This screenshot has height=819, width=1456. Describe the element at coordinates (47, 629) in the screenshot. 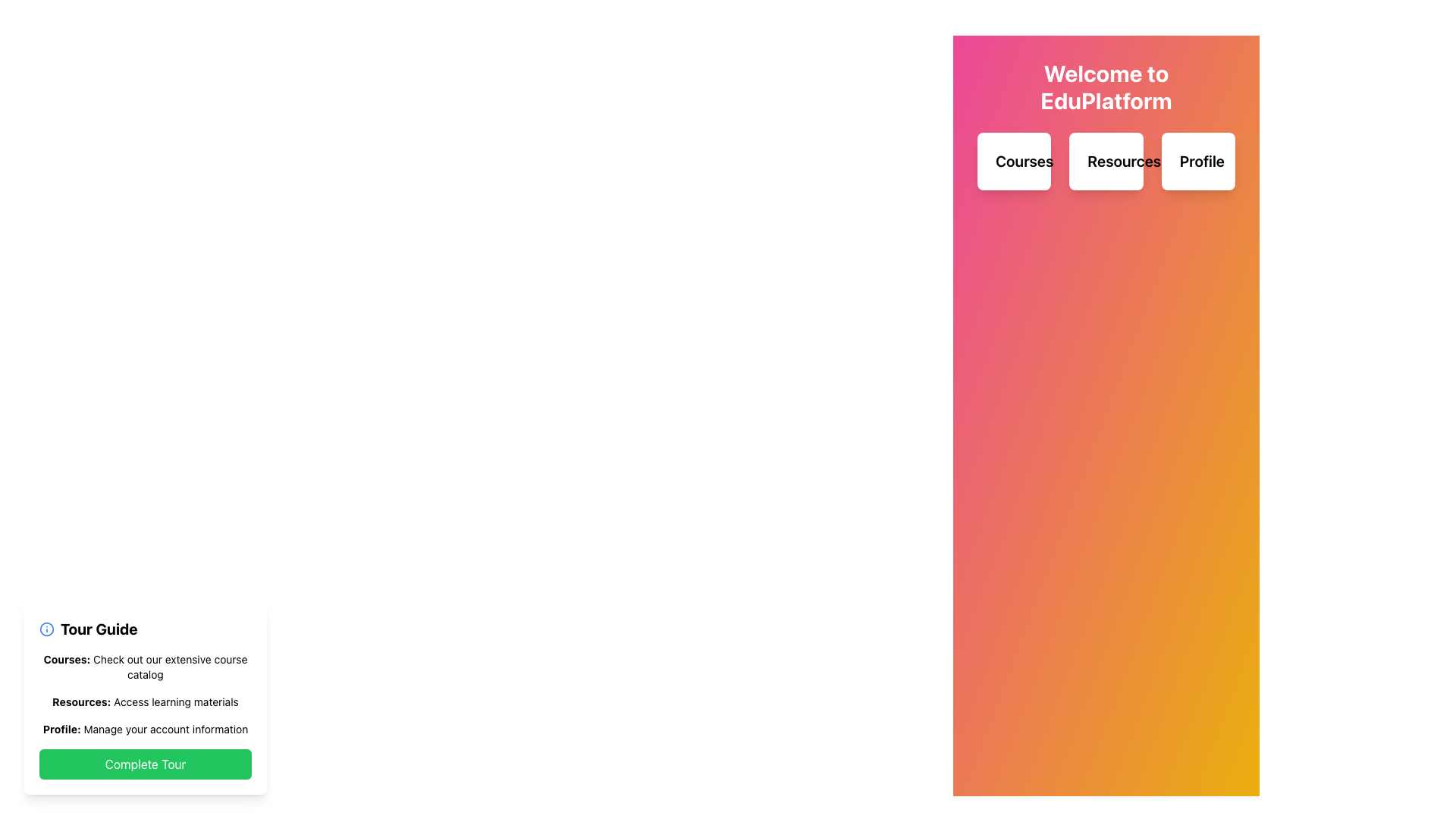

I see `the blue outlined circle icon indicating informational content in the 'Tour Guide' section` at that location.